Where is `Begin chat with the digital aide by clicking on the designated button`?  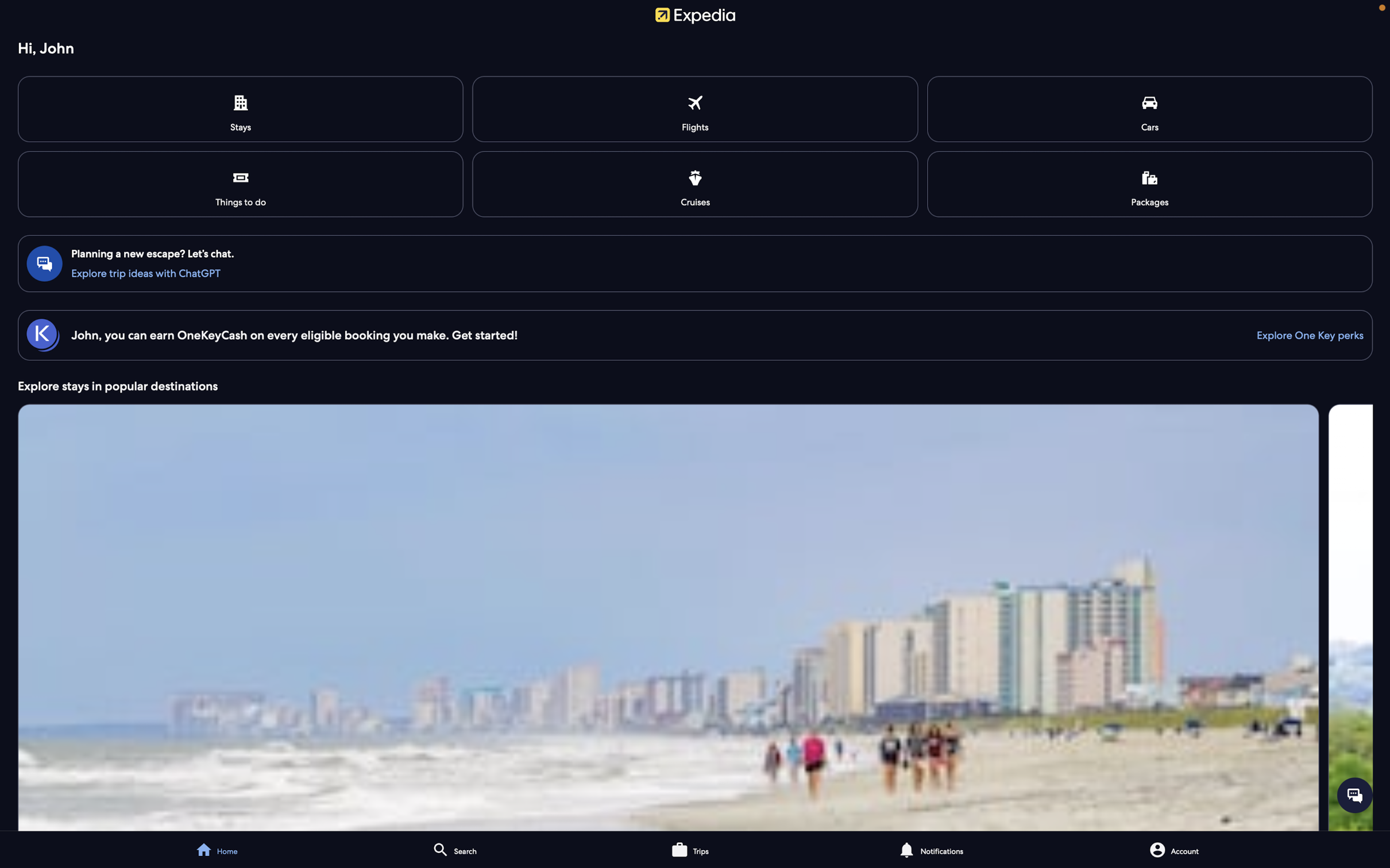 Begin chat with the digital aide by clicking on the designated button is located at coordinates (1354, 794).